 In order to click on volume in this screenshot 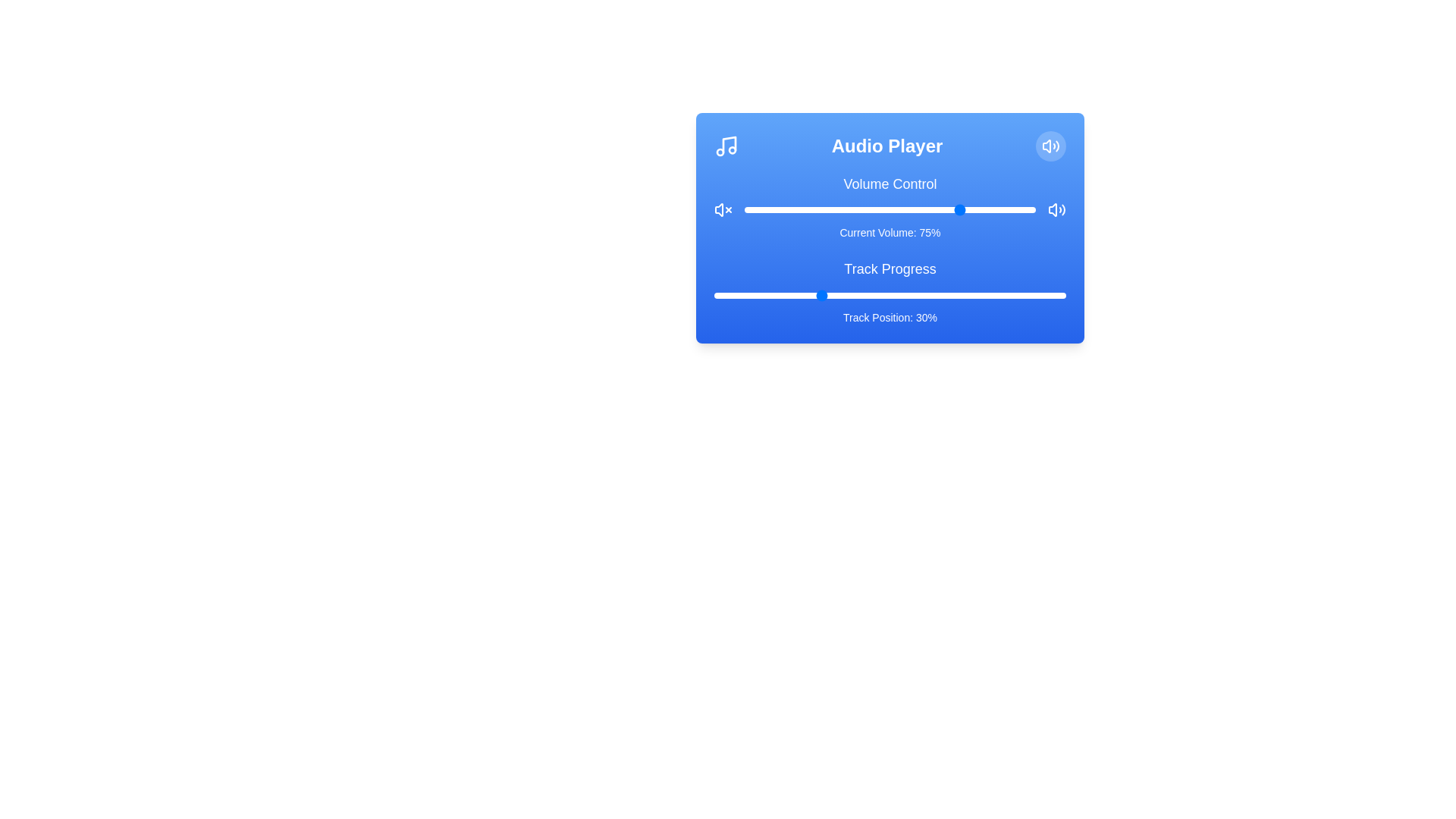, I will do `click(873, 207)`.